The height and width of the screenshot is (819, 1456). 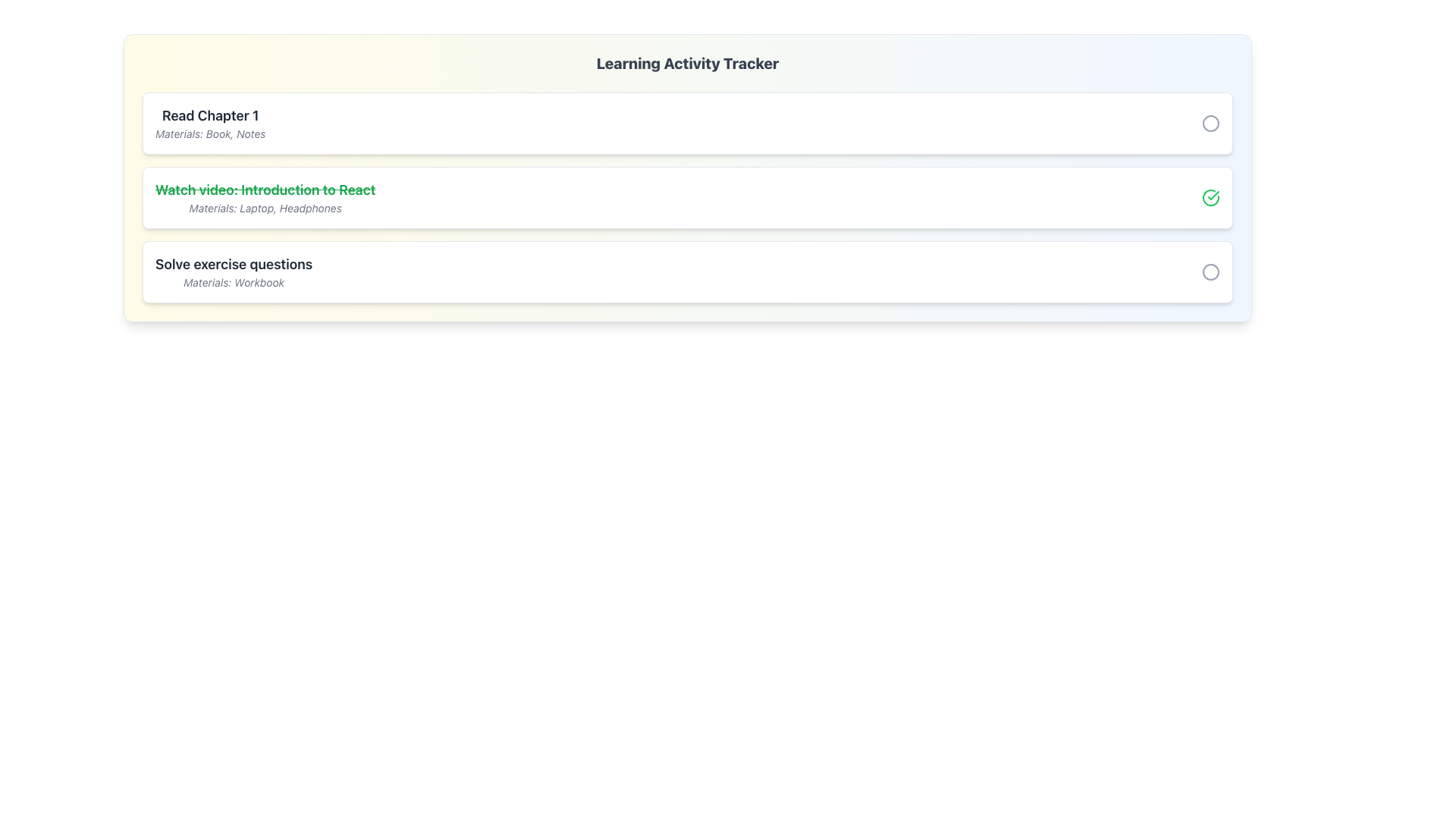 I want to click on the text label that describes the task 'Solve exercise questions' which is located within the third item of a vertical list, so click(x=233, y=263).